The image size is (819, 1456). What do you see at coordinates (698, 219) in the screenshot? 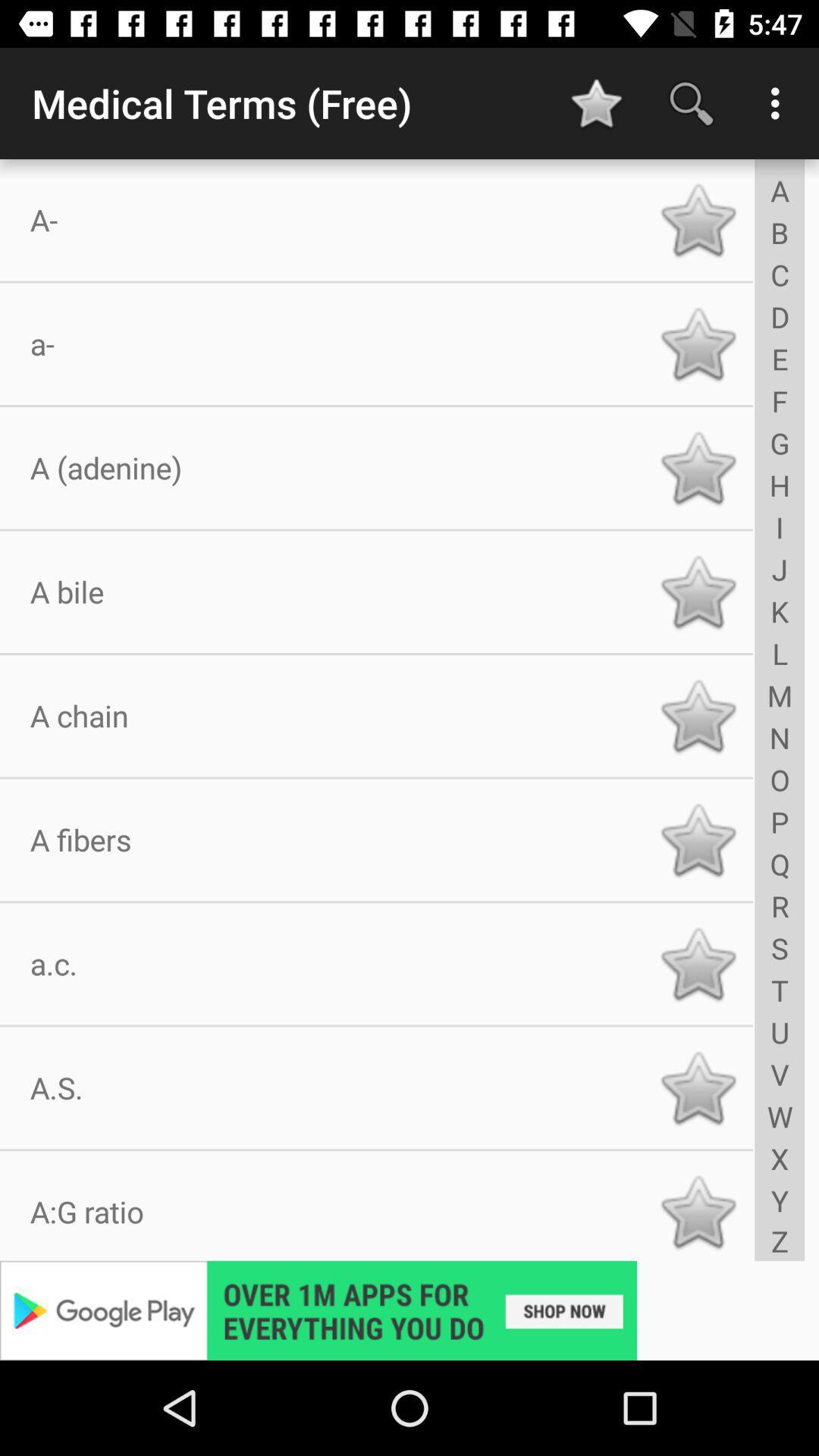
I see `bookmark` at bounding box center [698, 219].